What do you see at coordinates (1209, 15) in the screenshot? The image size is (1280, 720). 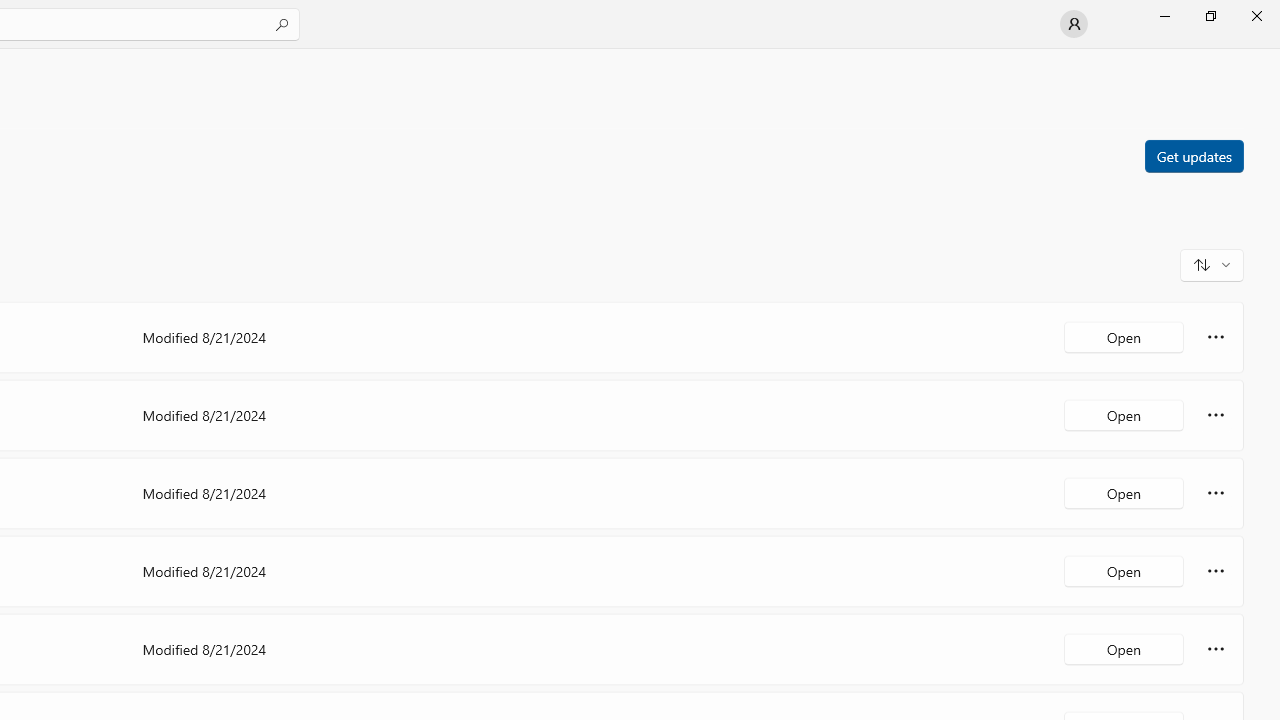 I see `'Restore Microsoft Store'` at bounding box center [1209, 15].